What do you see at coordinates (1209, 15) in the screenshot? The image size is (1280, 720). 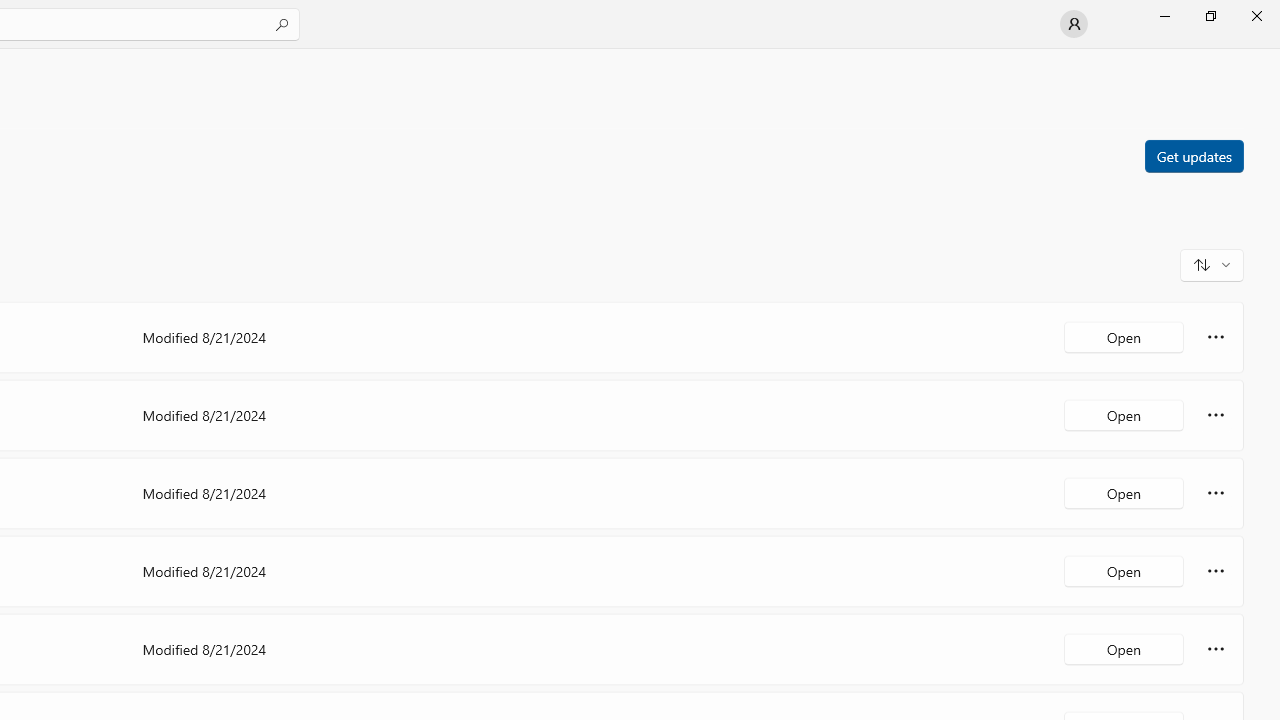 I see `'Restore Microsoft Store'` at bounding box center [1209, 15].